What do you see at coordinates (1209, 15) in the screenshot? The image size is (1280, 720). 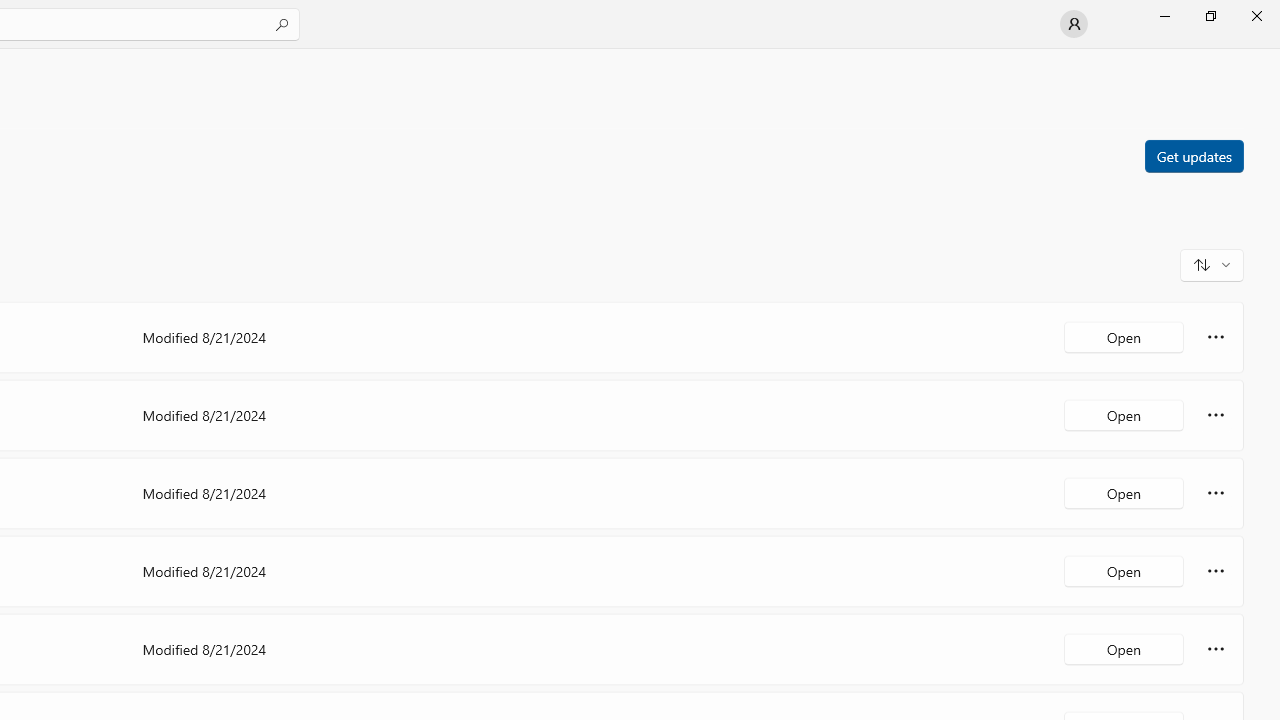 I see `'Restore Microsoft Store'` at bounding box center [1209, 15].